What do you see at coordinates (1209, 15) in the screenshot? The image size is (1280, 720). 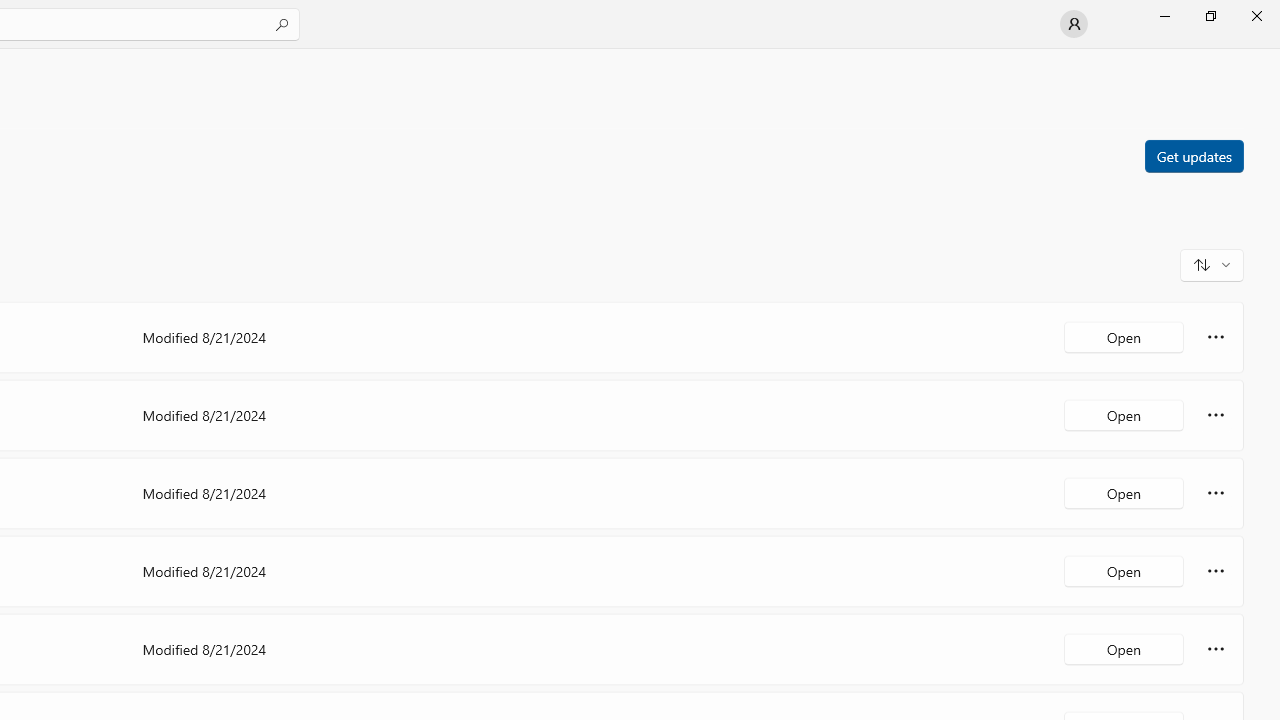 I see `'Restore Microsoft Store'` at bounding box center [1209, 15].